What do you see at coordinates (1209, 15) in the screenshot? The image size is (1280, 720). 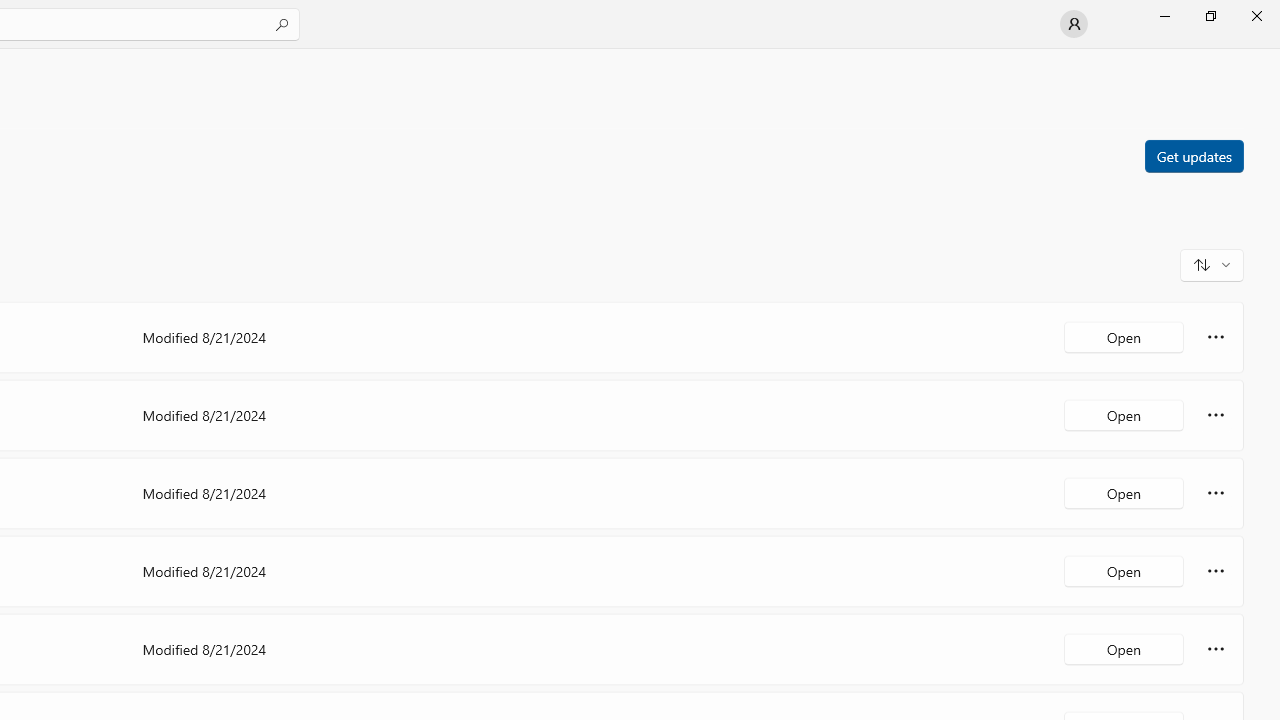 I see `'Restore Microsoft Store'` at bounding box center [1209, 15].